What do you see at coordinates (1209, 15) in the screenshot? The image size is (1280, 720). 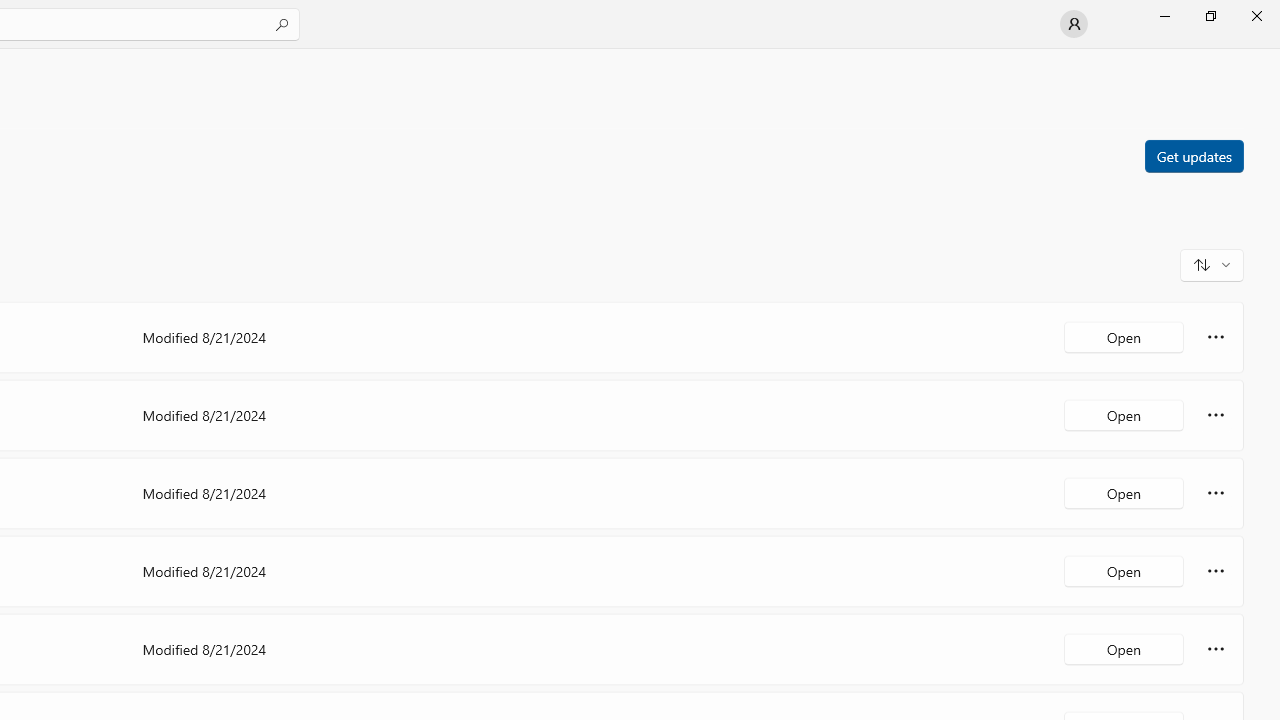 I see `'Restore Microsoft Store'` at bounding box center [1209, 15].